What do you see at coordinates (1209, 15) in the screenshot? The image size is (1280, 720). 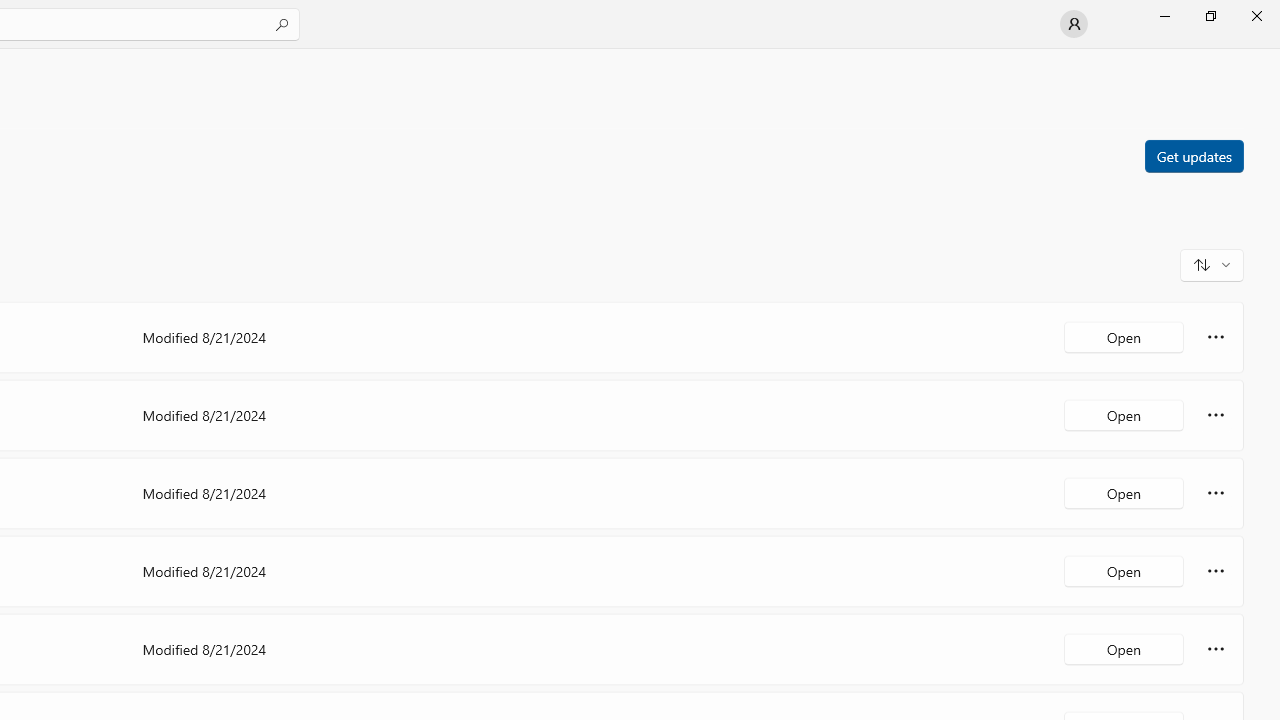 I see `'Restore Microsoft Store'` at bounding box center [1209, 15].